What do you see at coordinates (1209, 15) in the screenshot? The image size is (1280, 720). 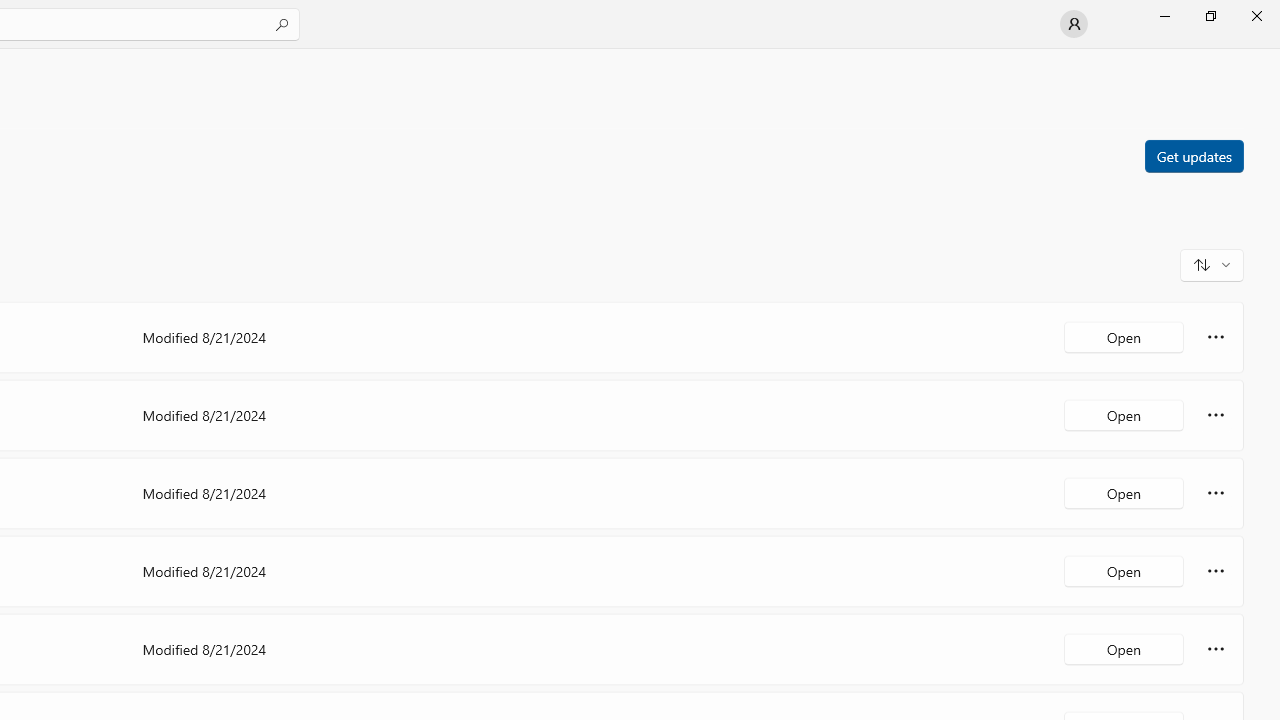 I see `'Restore Microsoft Store'` at bounding box center [1209, 15].